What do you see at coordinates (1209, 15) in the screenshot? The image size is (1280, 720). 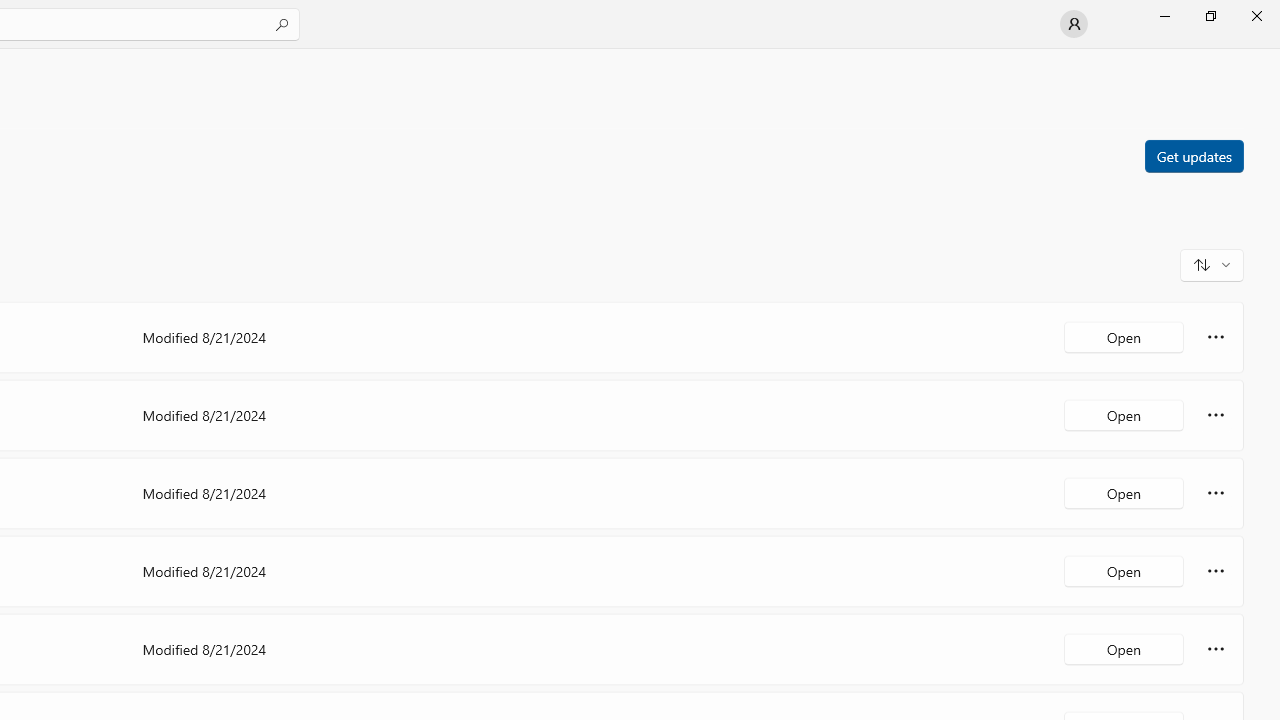 I see `'Restore Microsoft Store'` at bounding box center [1209, 15].